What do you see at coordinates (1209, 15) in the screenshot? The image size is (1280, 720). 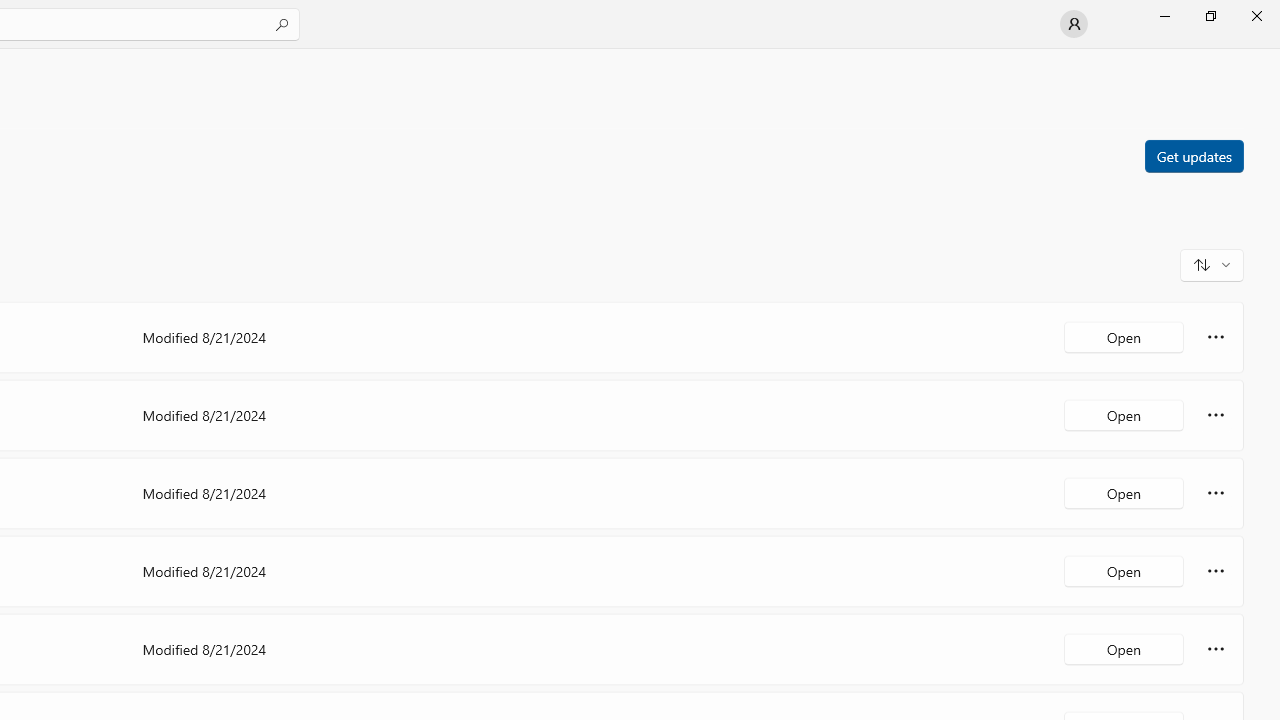 I see `'Restore Microsoft Store'` at bounding box center [1209, 15].